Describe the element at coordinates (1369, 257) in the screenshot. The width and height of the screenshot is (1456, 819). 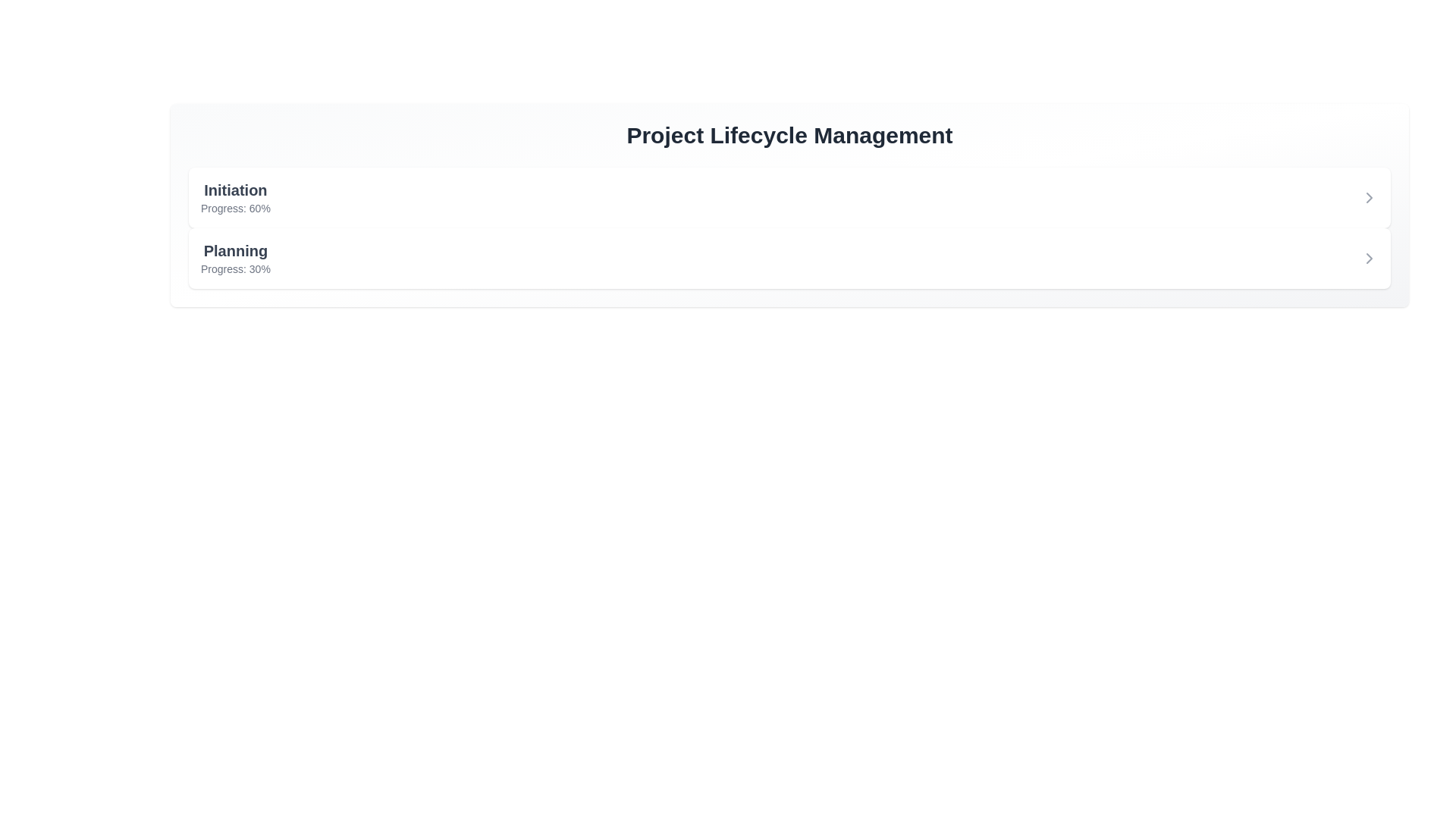
I see `the right-pointing chevron icon, which is a minimalistic arrow used for navigation in the 'Planning' section, to trigger a visual state change` at that location.